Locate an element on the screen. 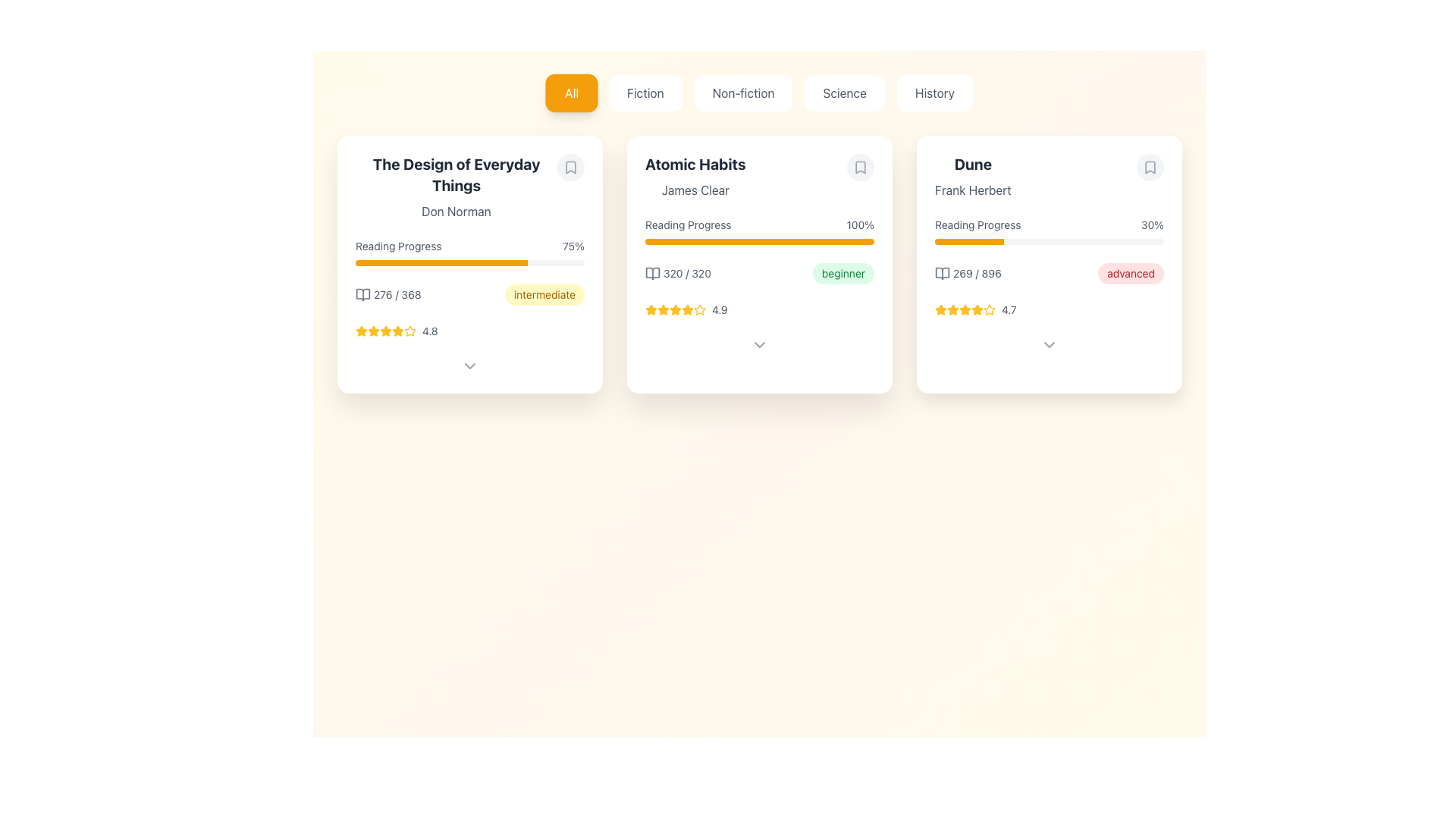  the title text element of the book card, which is located at the top section above the text 'Frank Herbert' is located at coordinates (973, 164).